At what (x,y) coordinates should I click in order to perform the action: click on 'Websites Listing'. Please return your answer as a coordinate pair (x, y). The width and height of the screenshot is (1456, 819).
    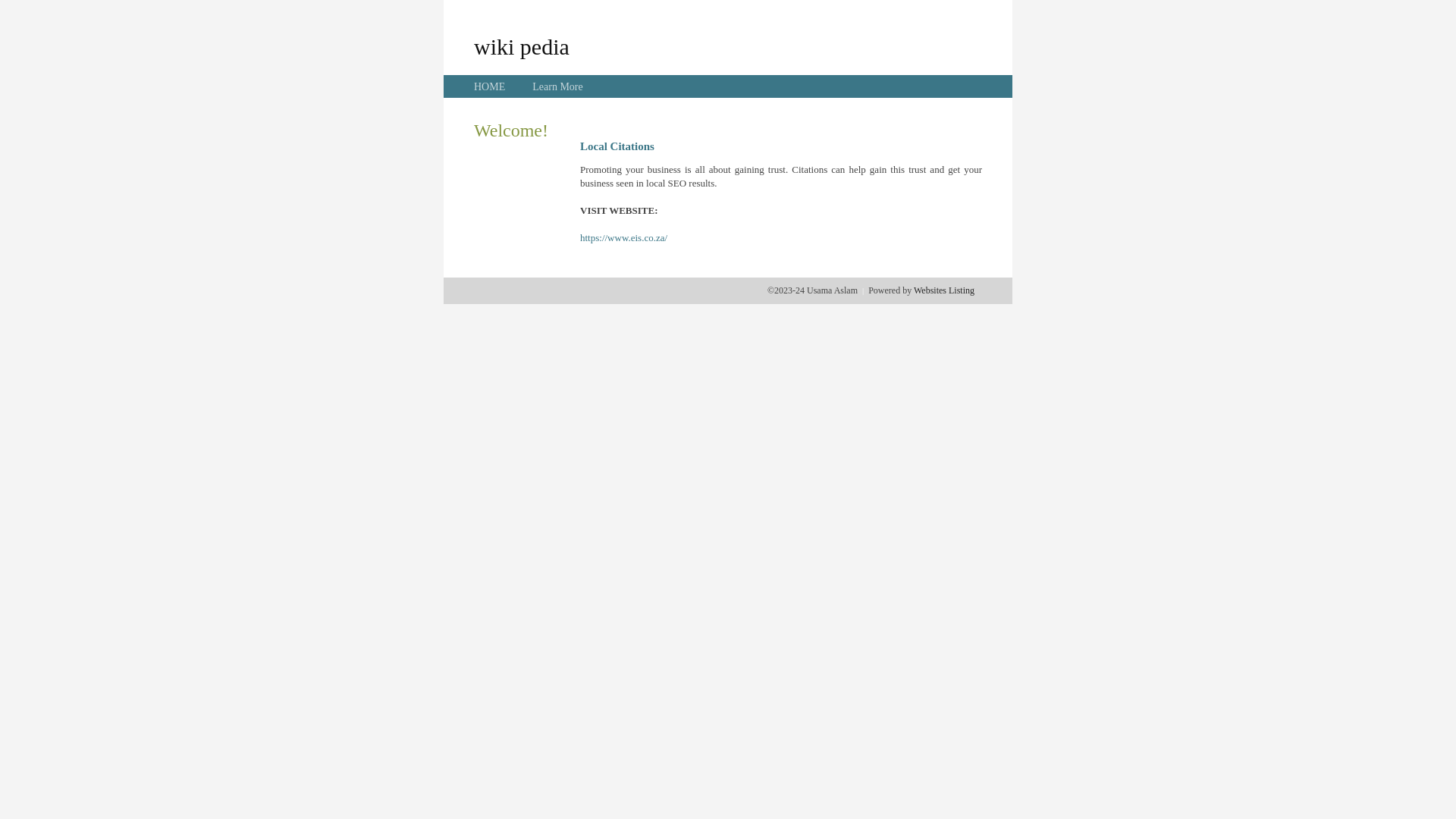
    Looking at the image, I should click on (943, 290).